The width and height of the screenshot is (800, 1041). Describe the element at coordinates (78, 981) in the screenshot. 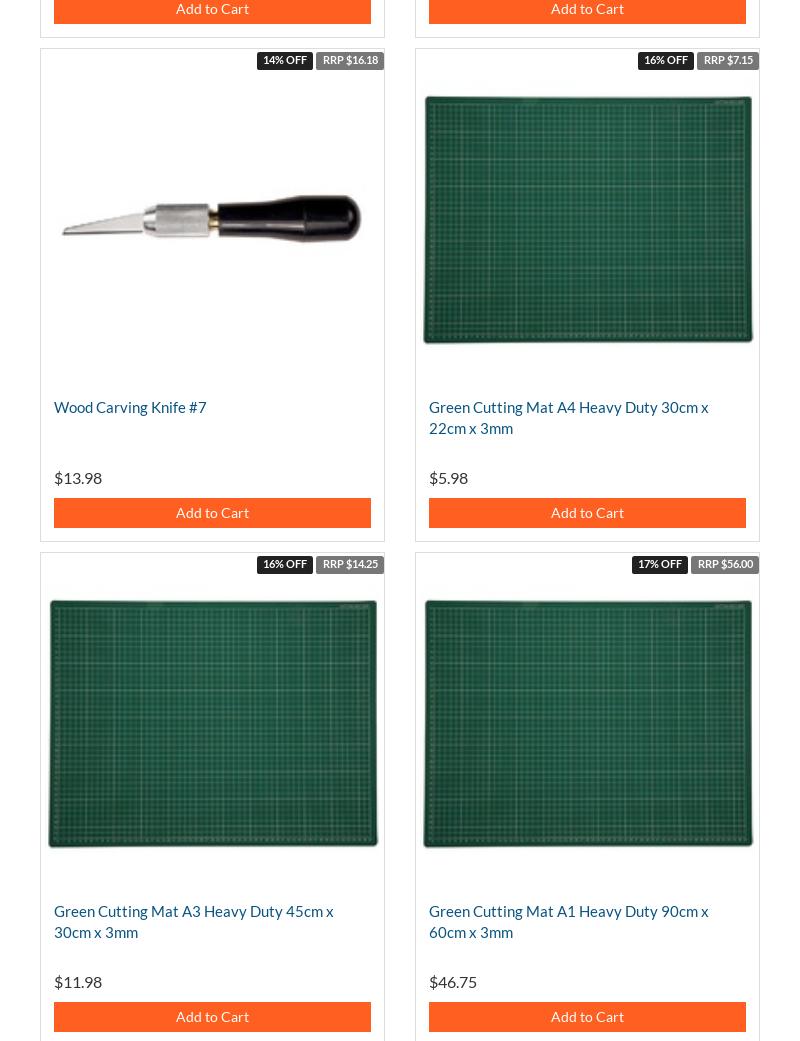

I see `'$11.98'` at that location.